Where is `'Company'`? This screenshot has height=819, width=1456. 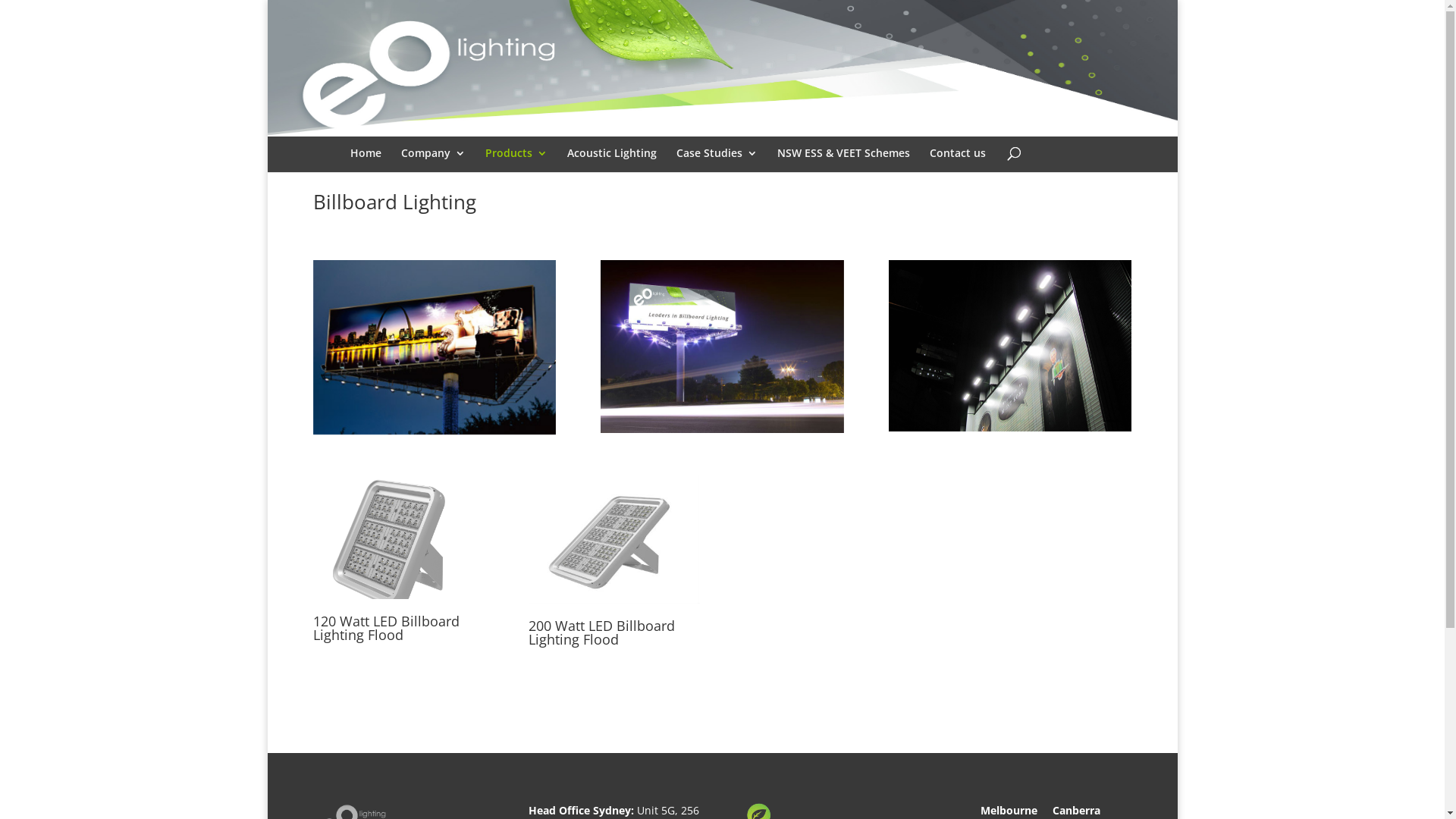
'Company' is located at coordinates (431, 164).